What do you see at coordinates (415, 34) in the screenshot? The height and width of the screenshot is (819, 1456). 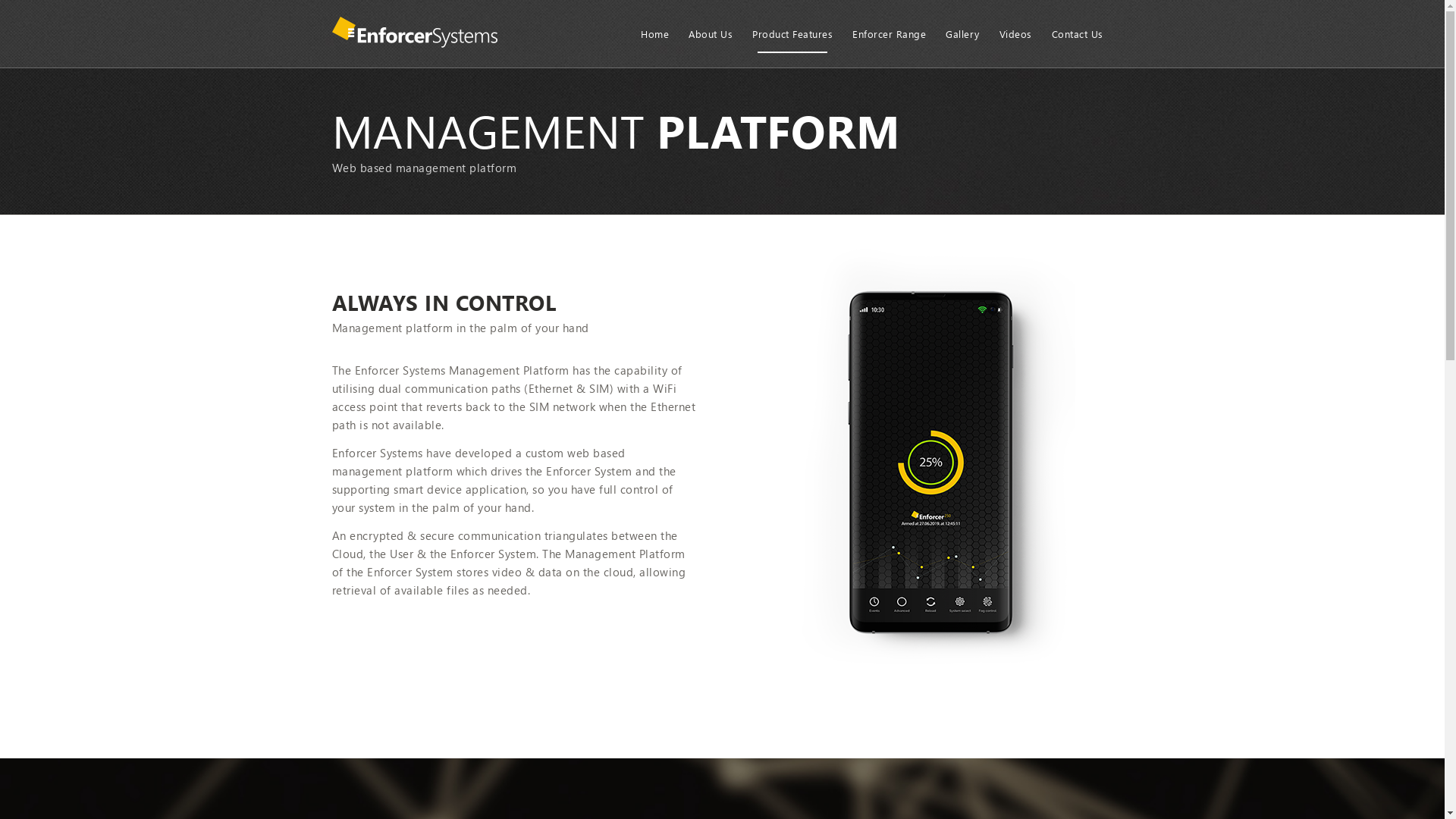 I see `'Enforcer-logo-svg-white2'` at bounding box center [415, 34].